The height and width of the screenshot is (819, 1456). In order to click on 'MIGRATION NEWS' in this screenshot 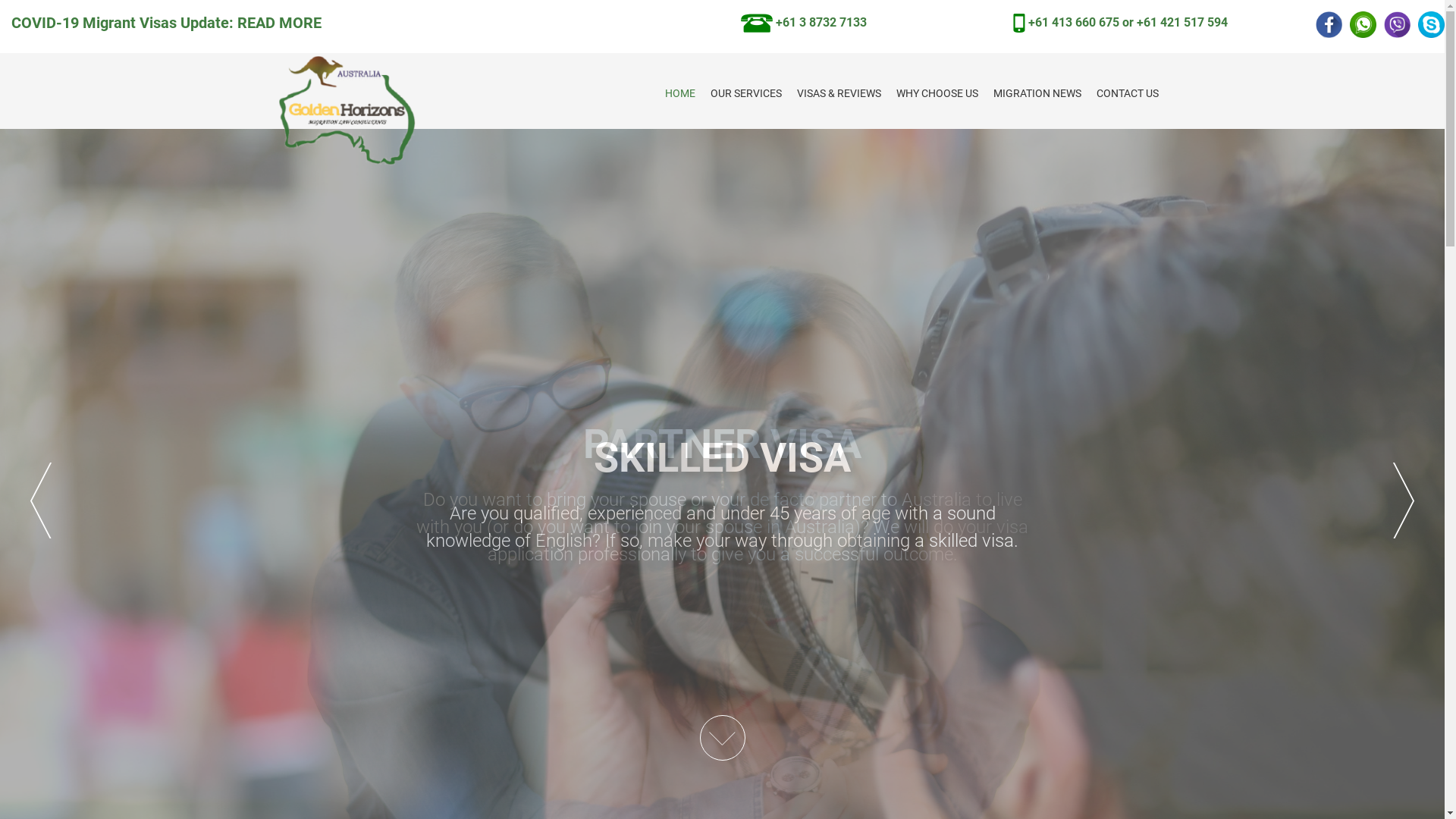, I will do `click(1037, 93)`.